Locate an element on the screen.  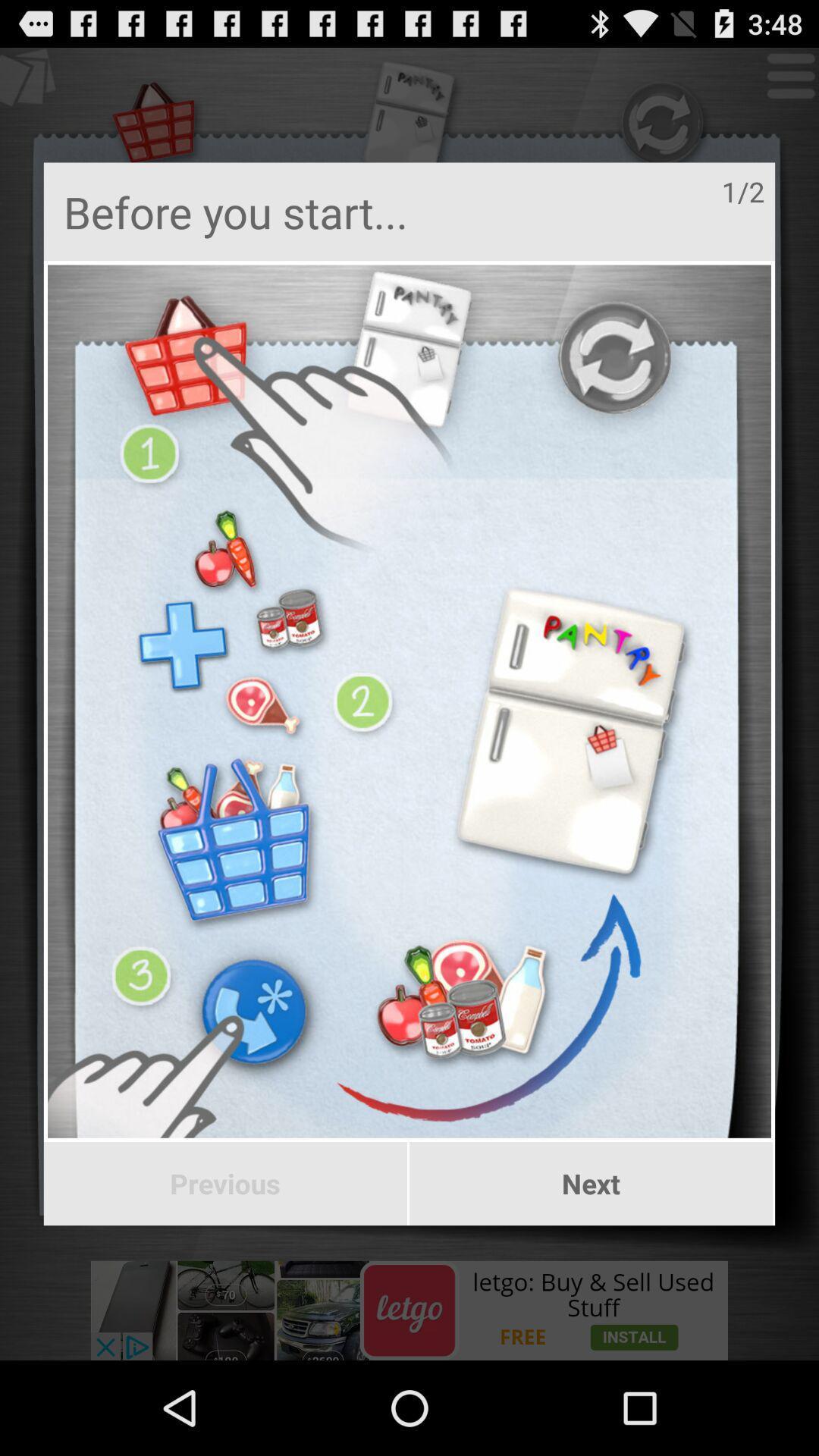
the item to the left of next is located at coordinates (225, 1183).